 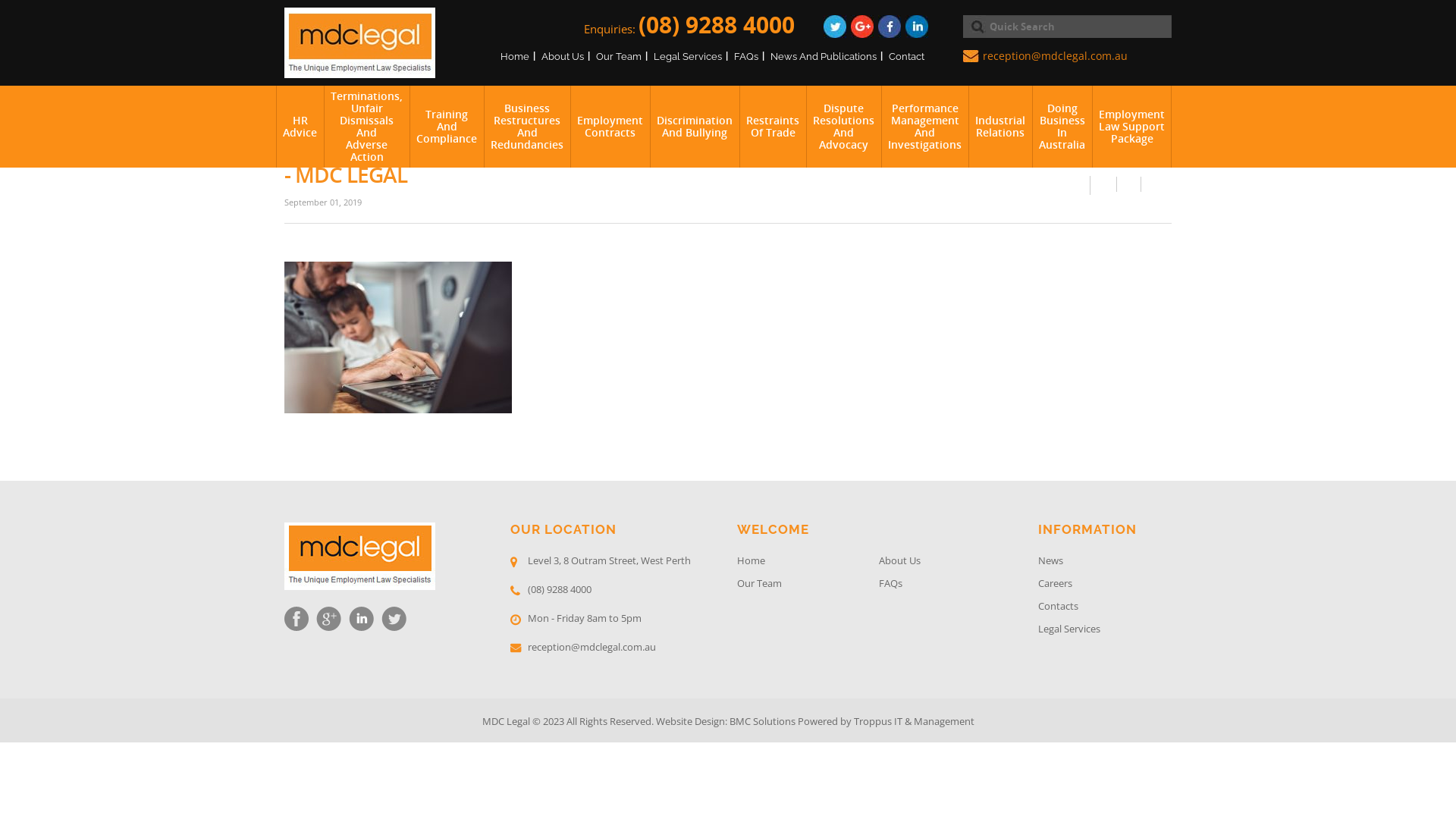 What do you see at coordinates (1105, 584) in the screenshot?
I see `'Careers'` at bounding box center [1105, 584].